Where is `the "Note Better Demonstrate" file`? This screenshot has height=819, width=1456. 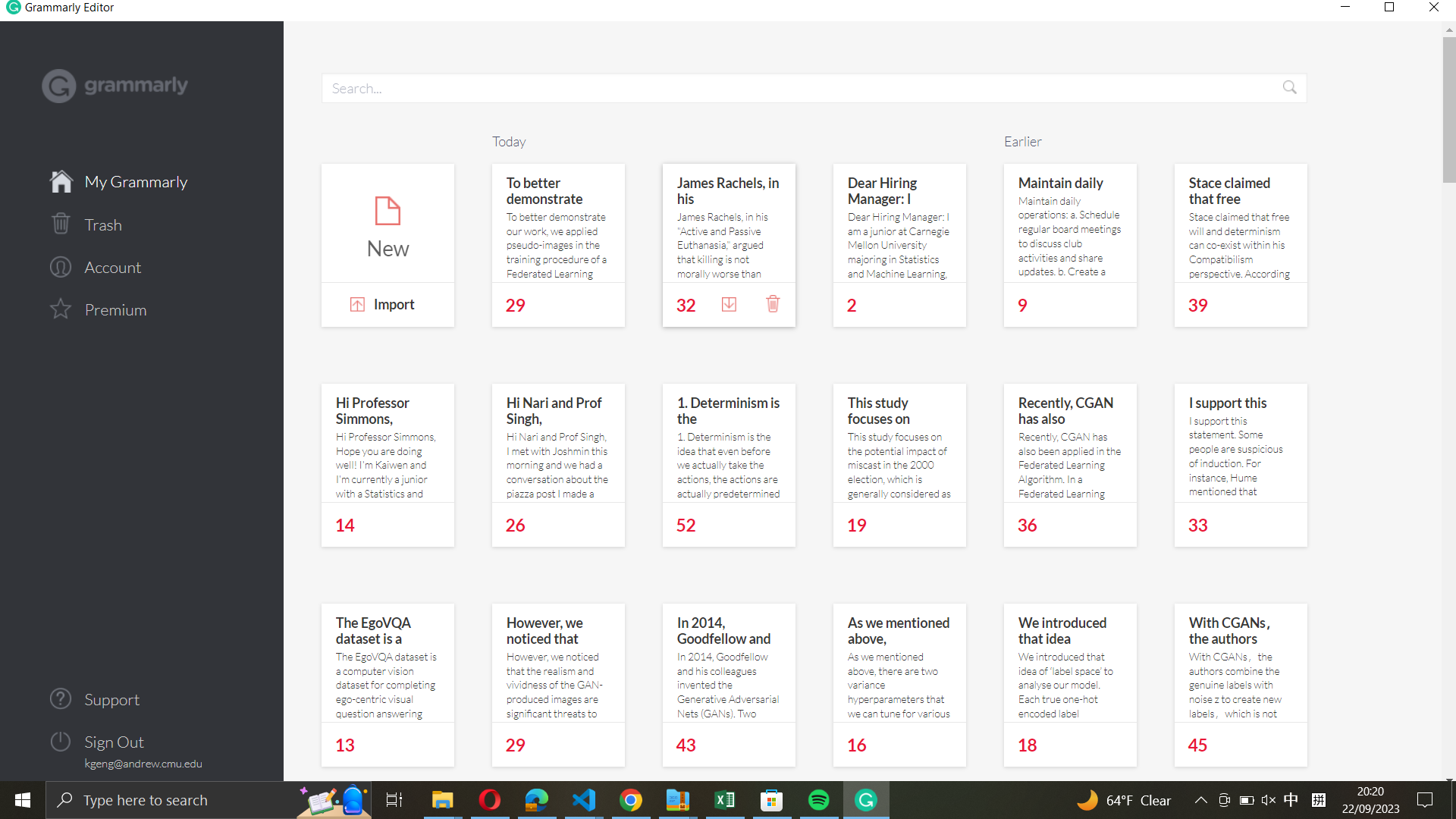 the "Note Better Demonstrate" file is located at coordinates (557, 222).